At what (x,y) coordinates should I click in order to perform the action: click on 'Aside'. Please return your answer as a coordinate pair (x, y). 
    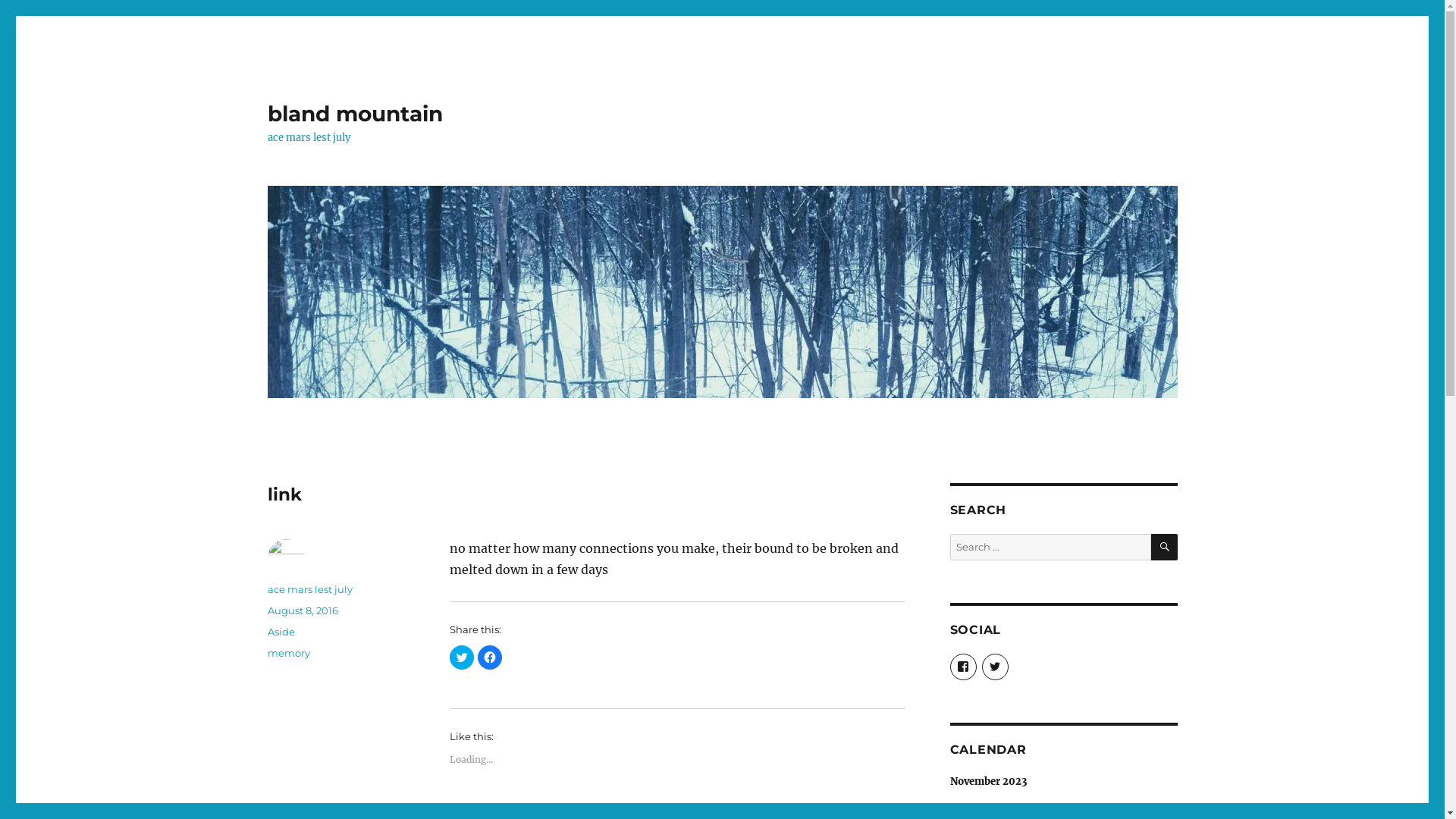
    Looking at the image, I should click on (266, 632).